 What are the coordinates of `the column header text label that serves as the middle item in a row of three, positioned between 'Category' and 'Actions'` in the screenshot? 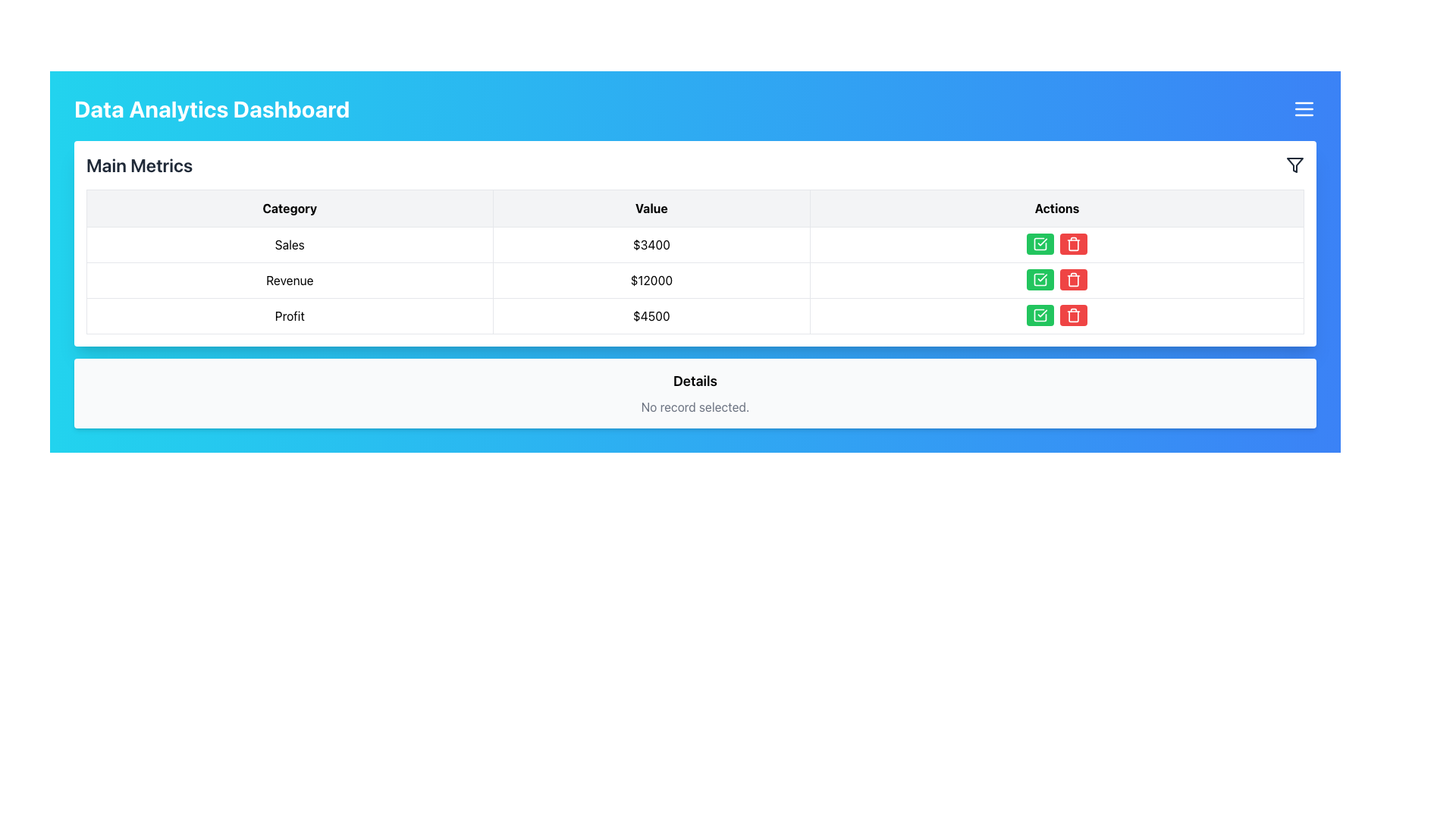 It's located at (651, 208).